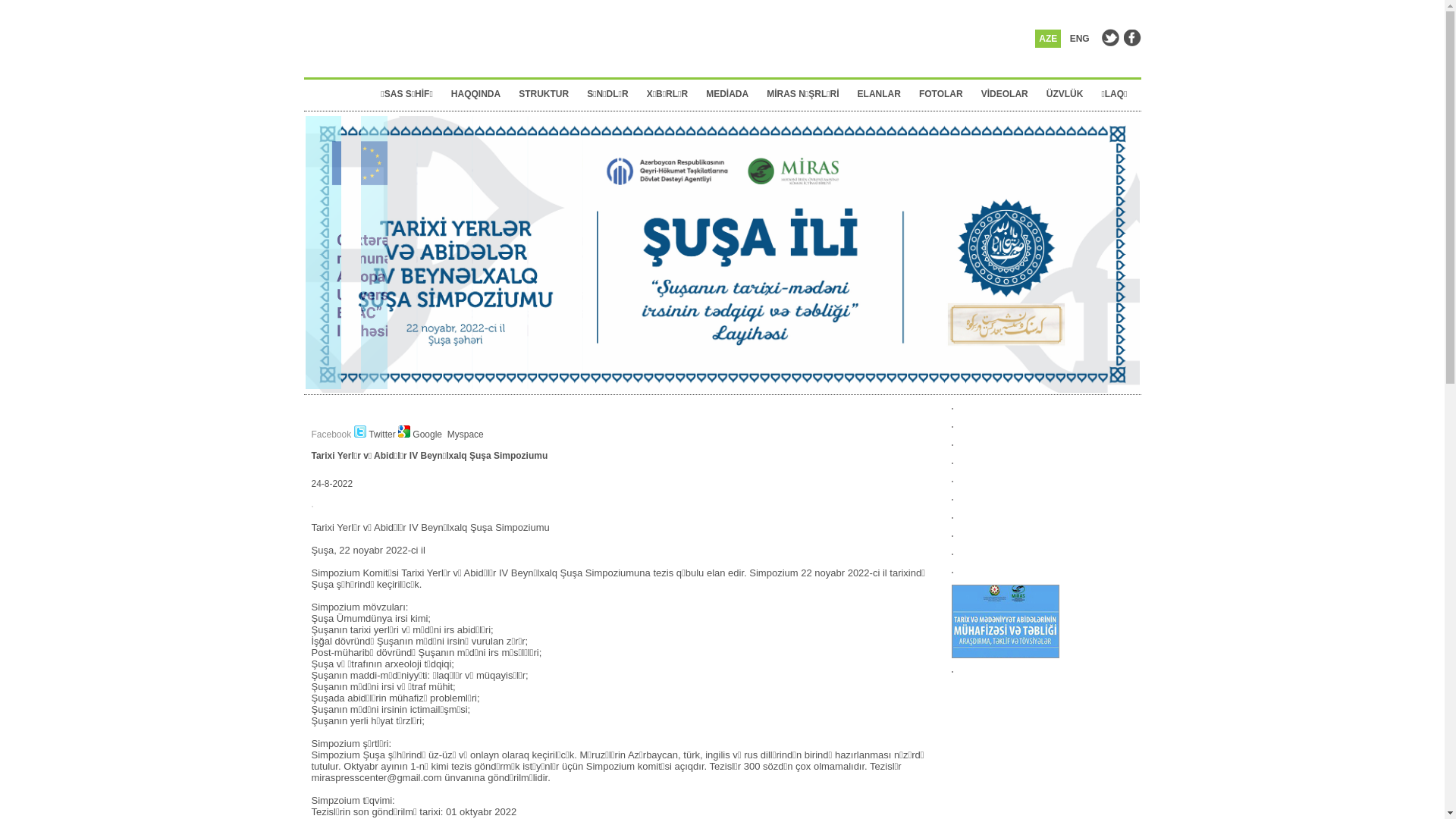 This screenshot has height=819, width=1456. Describe the element at coordinates (883, 93) in the screenshot. I see `'ELANLAR'` at that location.